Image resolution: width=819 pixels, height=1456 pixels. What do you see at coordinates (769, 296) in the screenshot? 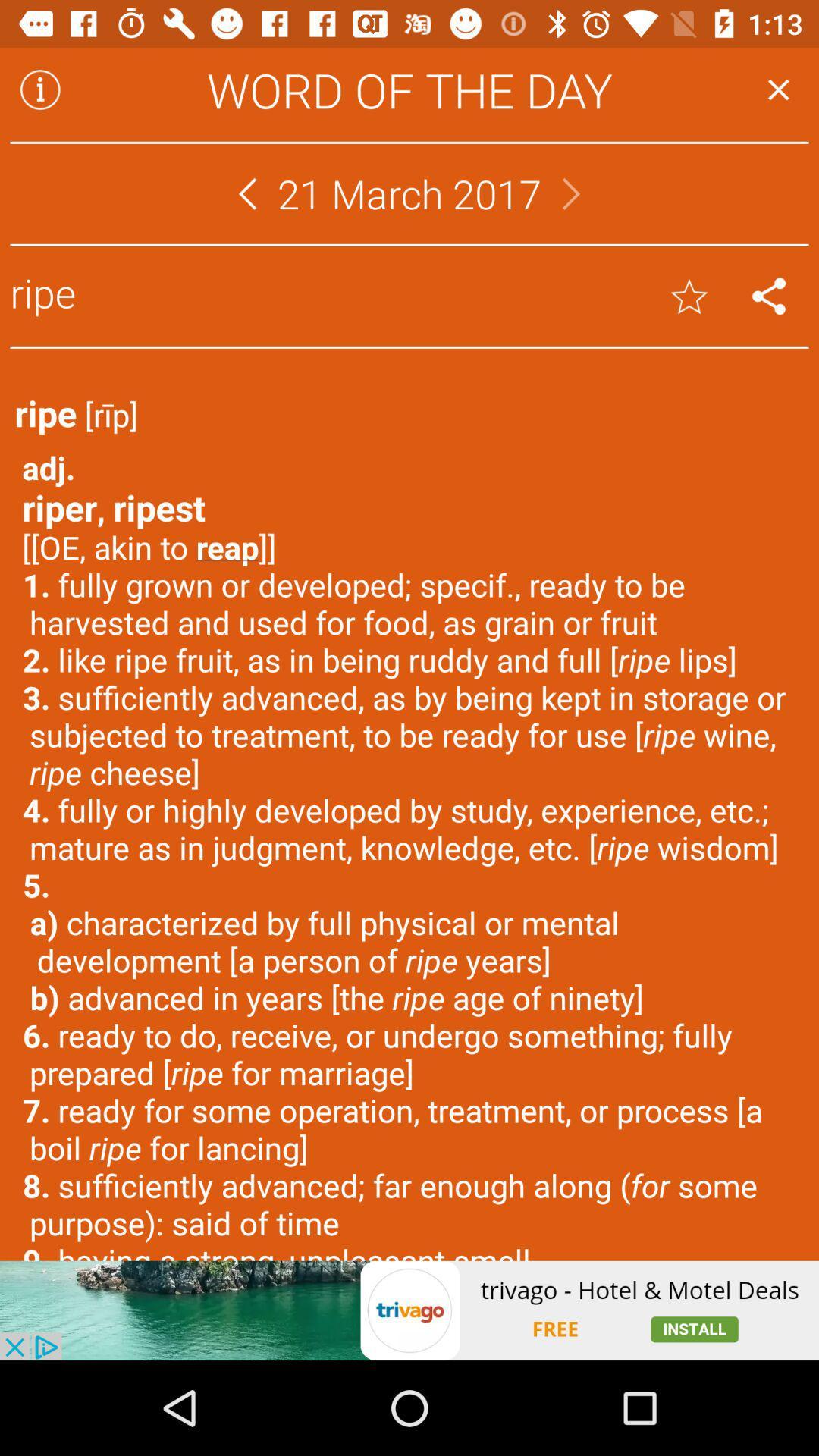
I see `share button` at bounding box center [769, 296].